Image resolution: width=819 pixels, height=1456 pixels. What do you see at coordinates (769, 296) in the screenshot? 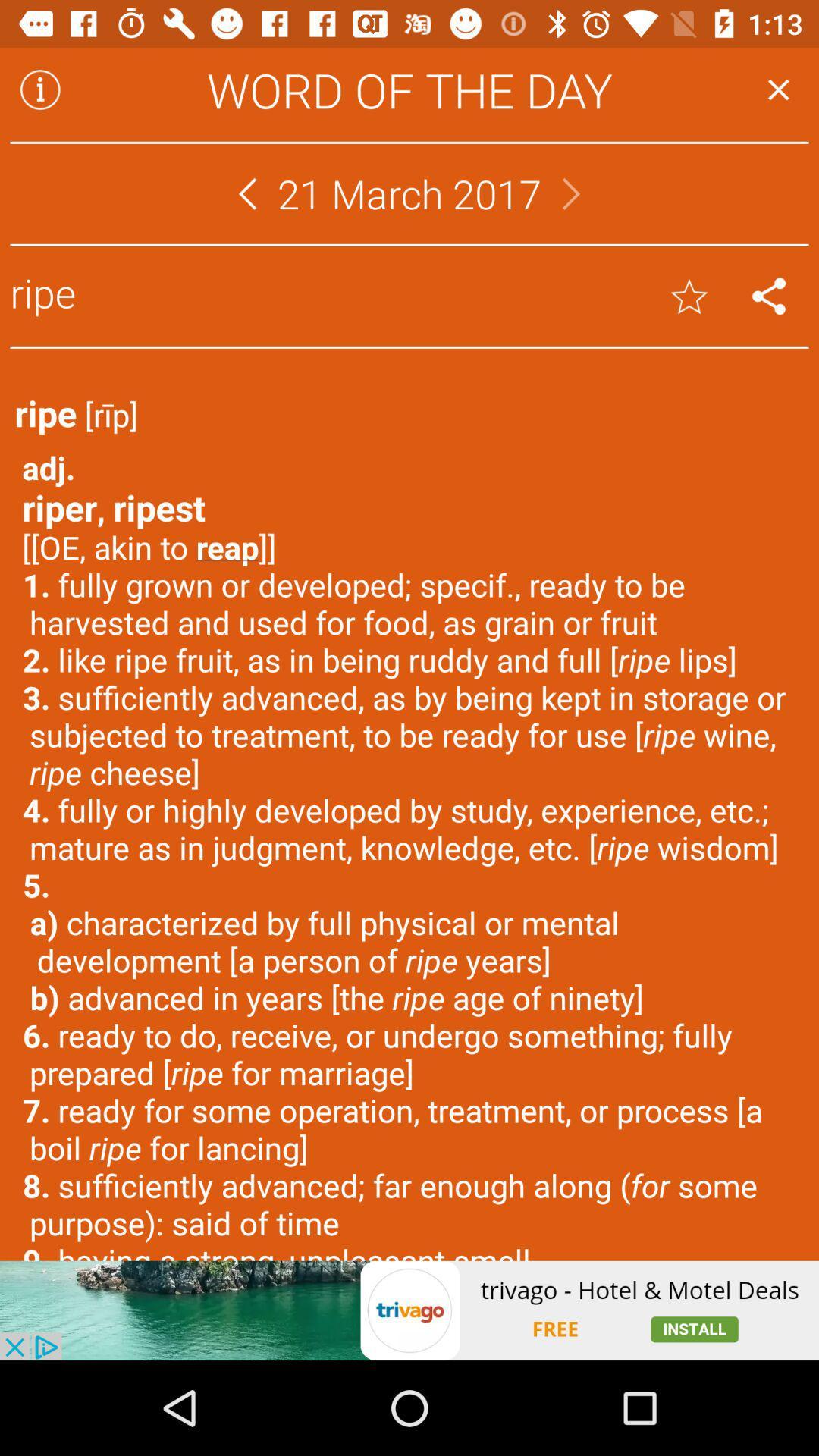
I see `share button` at bounding box center [769, 296].